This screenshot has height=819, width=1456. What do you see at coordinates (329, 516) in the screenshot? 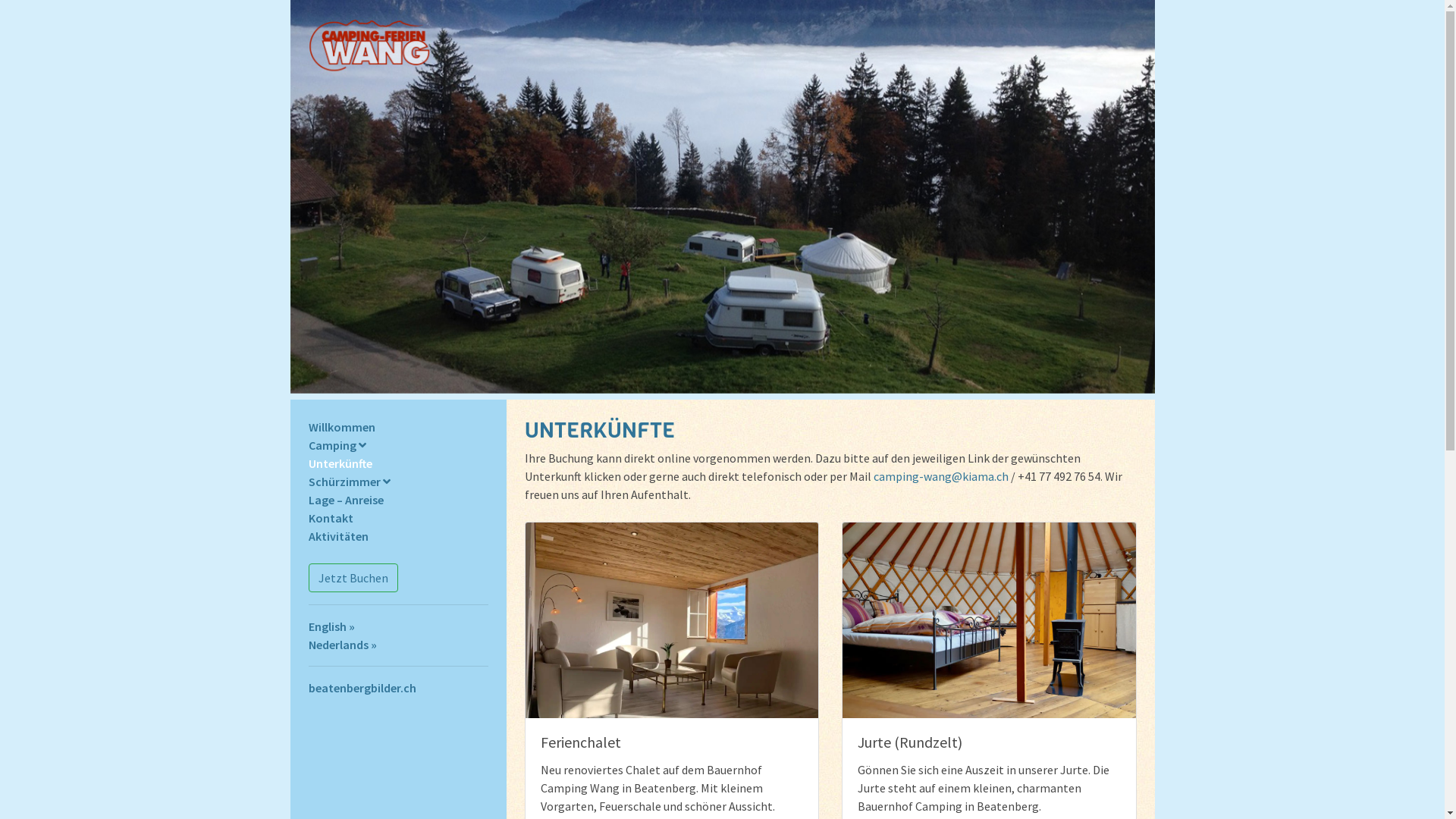
I see `'Kontakt'` at bounding box center [329, 516].